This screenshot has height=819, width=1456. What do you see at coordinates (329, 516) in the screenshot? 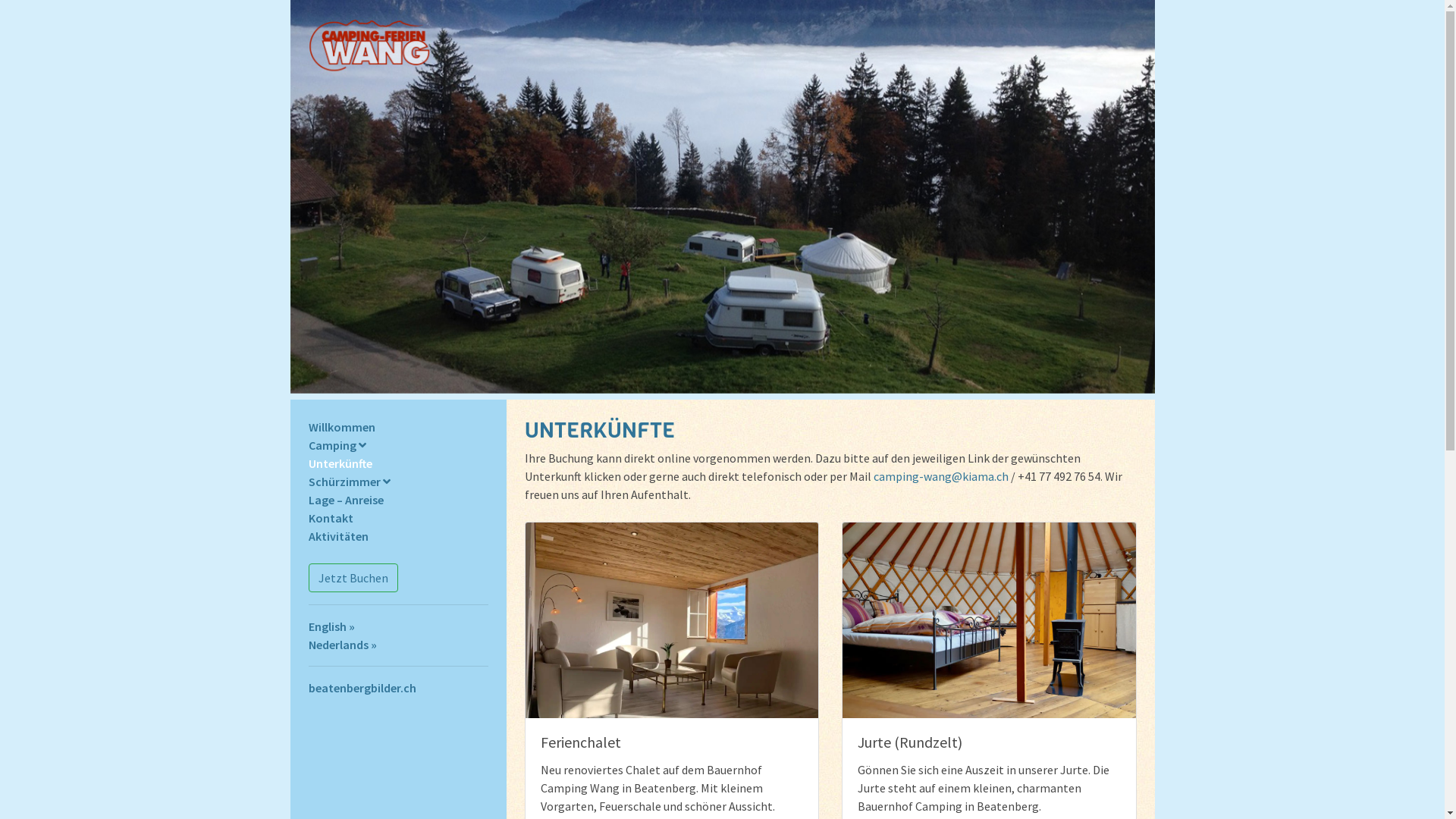
I see `'Kontakt'` at bounding box center [329, 516].